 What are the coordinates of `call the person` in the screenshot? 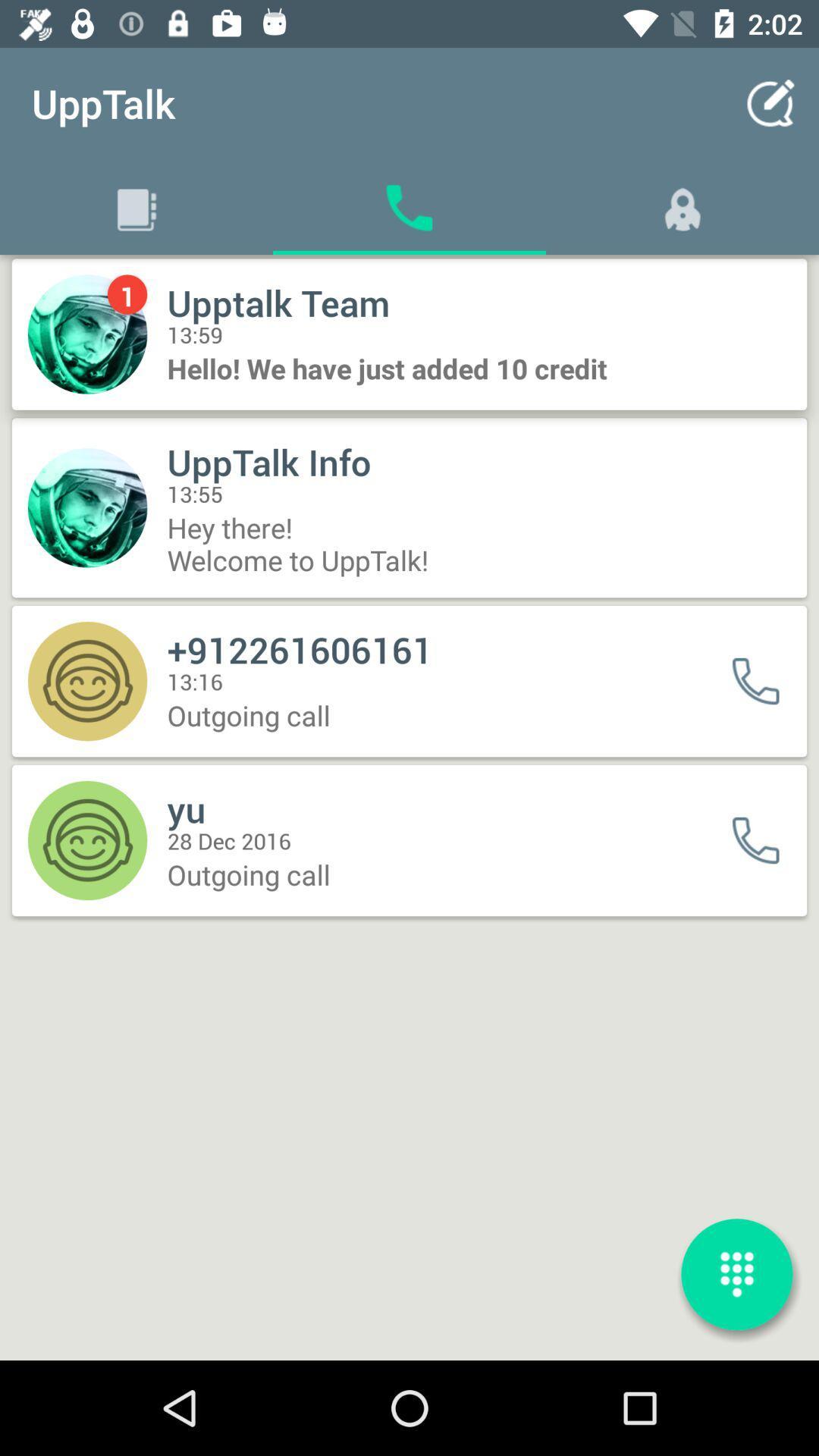 It's located at (765, 839).